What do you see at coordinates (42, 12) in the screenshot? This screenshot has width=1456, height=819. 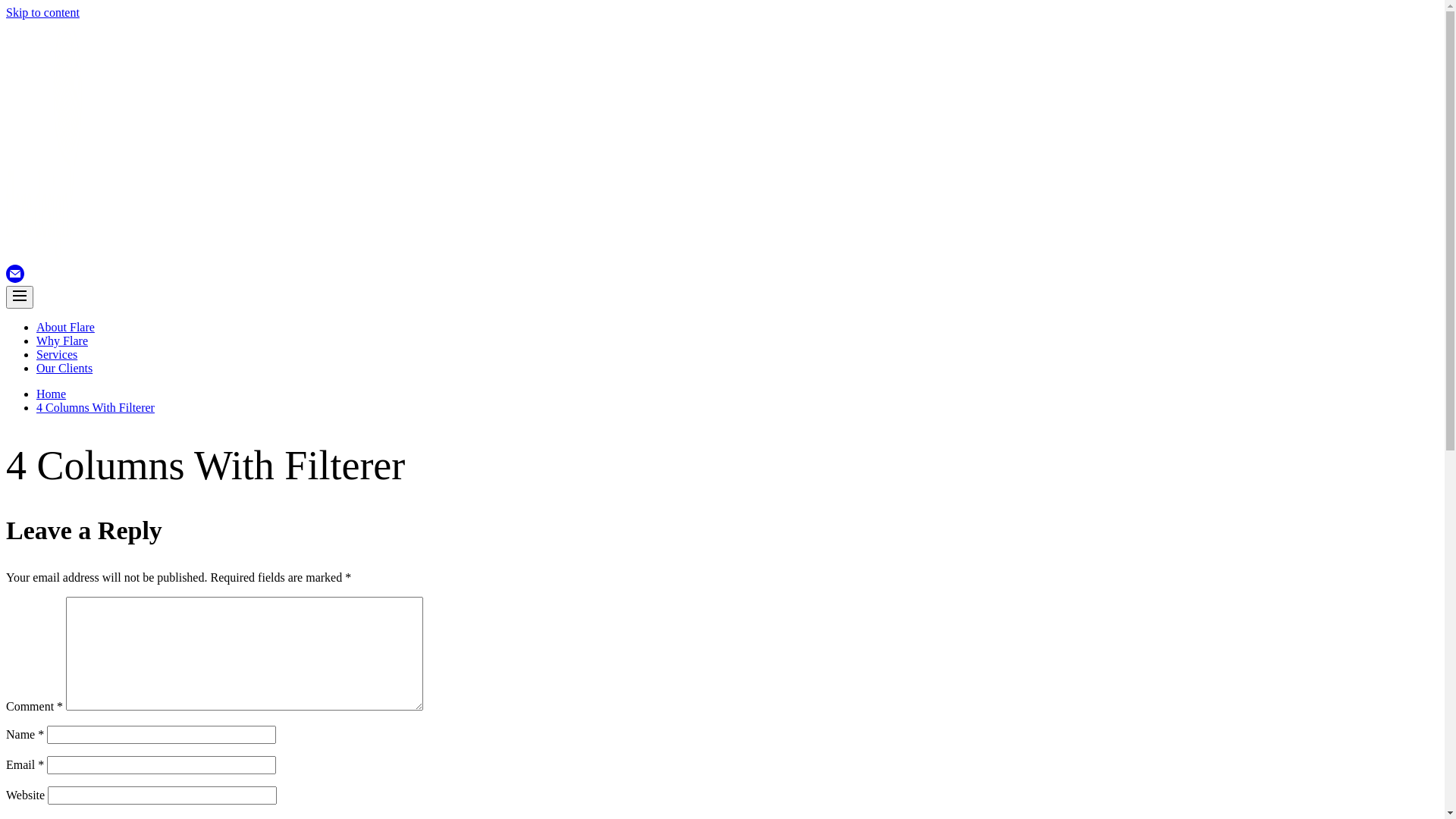 I see `'Skip to content'` at bounding box center [42, 12].